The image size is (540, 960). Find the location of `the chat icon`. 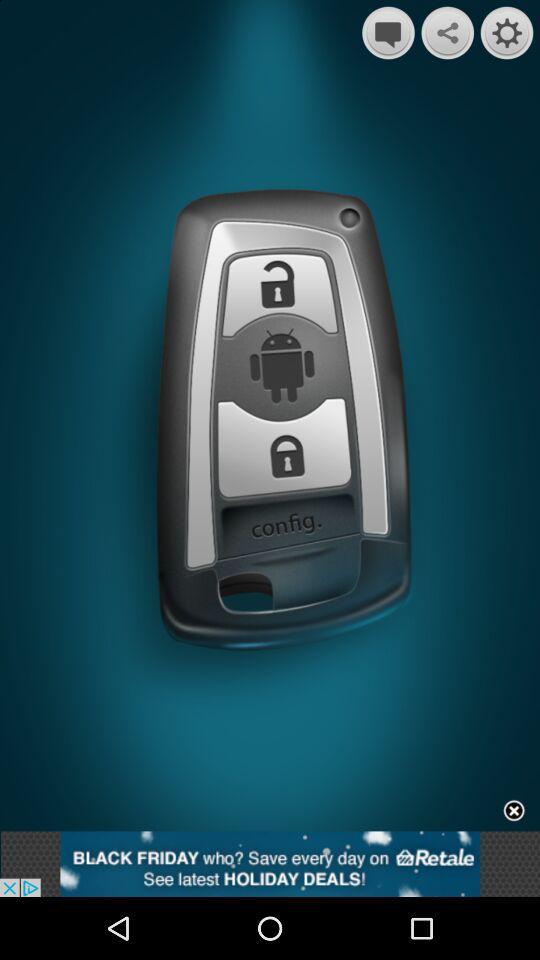

the chat icon is located at coordinates (388, 34).